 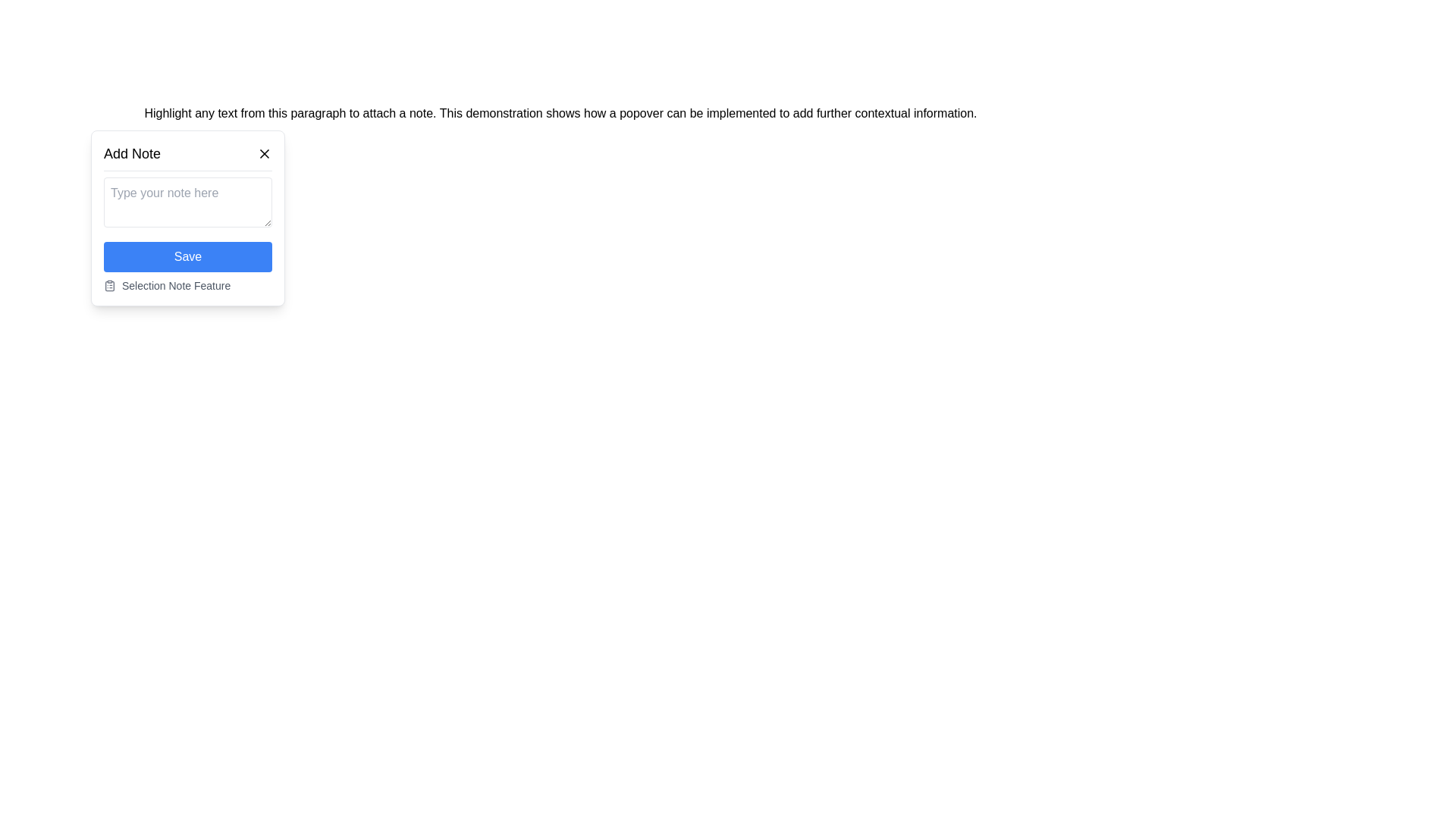 I want to click on the close button on the right end of the header section of the 'Add Note' popup, so click(x=265, y=154).